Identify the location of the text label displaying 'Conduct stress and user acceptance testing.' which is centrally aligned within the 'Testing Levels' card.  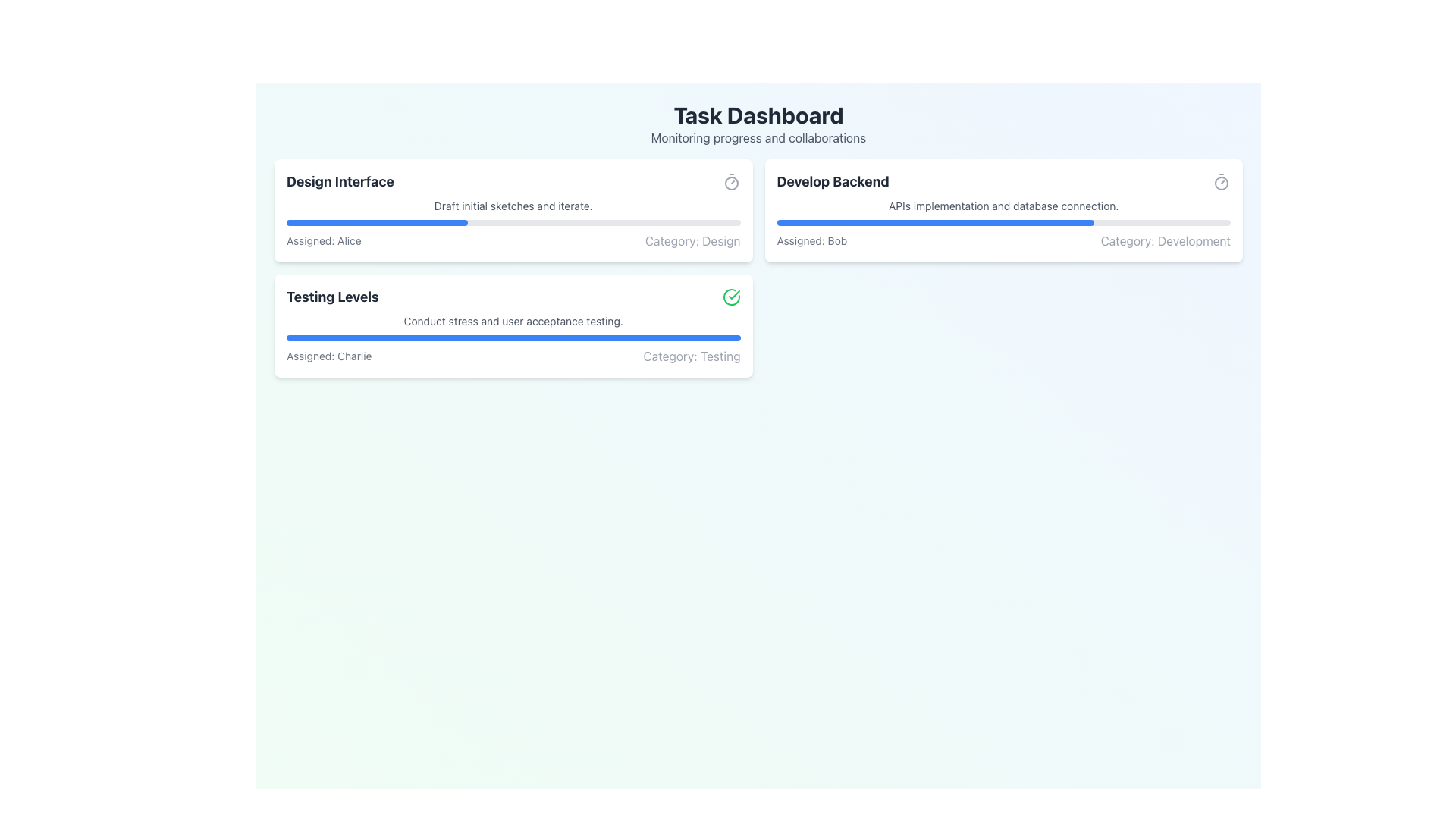
(513, 321).